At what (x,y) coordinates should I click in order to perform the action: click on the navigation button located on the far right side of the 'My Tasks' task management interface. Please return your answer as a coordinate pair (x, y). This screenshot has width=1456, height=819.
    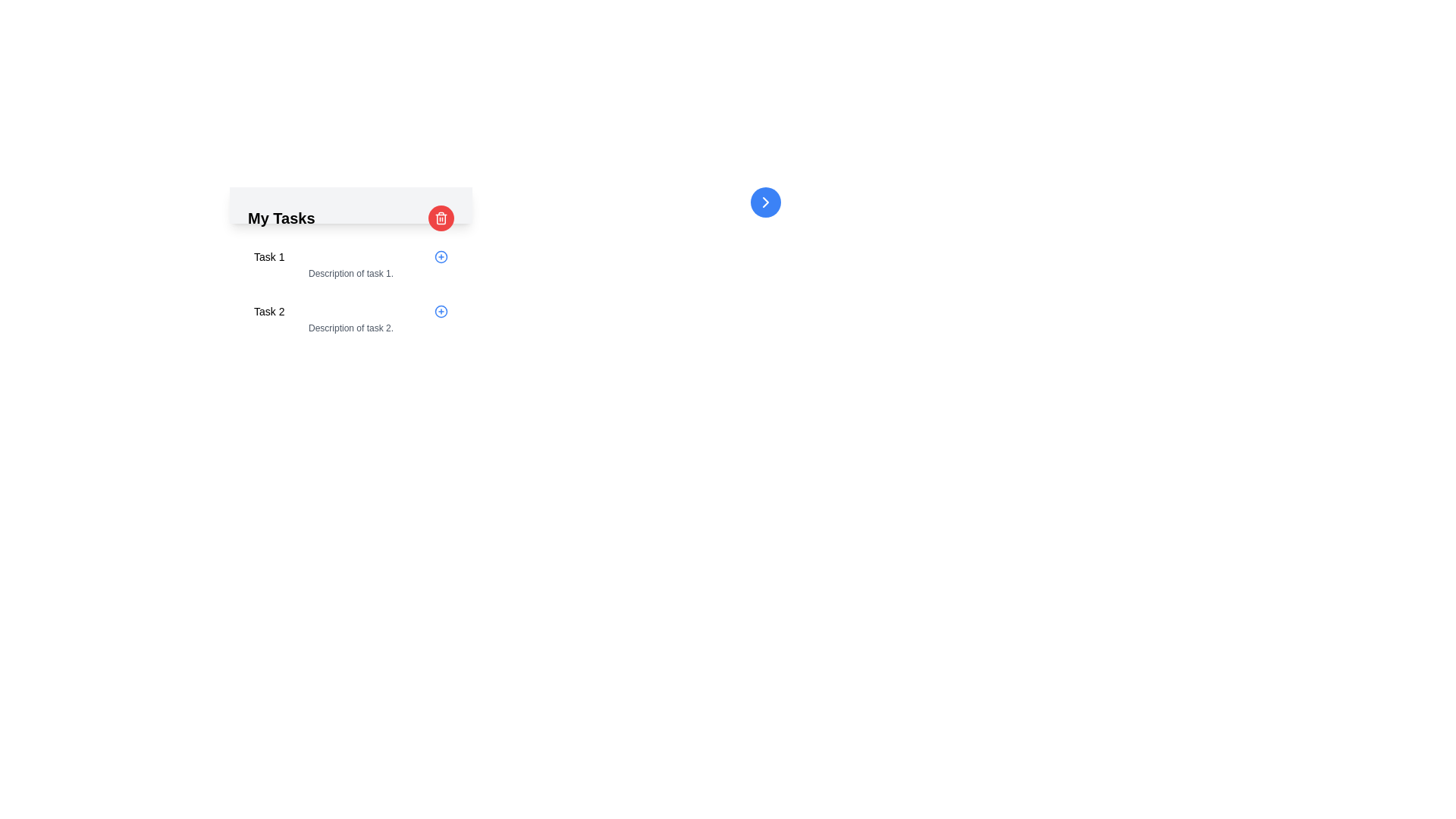
    Looking at the image, I should click on (765, 201).